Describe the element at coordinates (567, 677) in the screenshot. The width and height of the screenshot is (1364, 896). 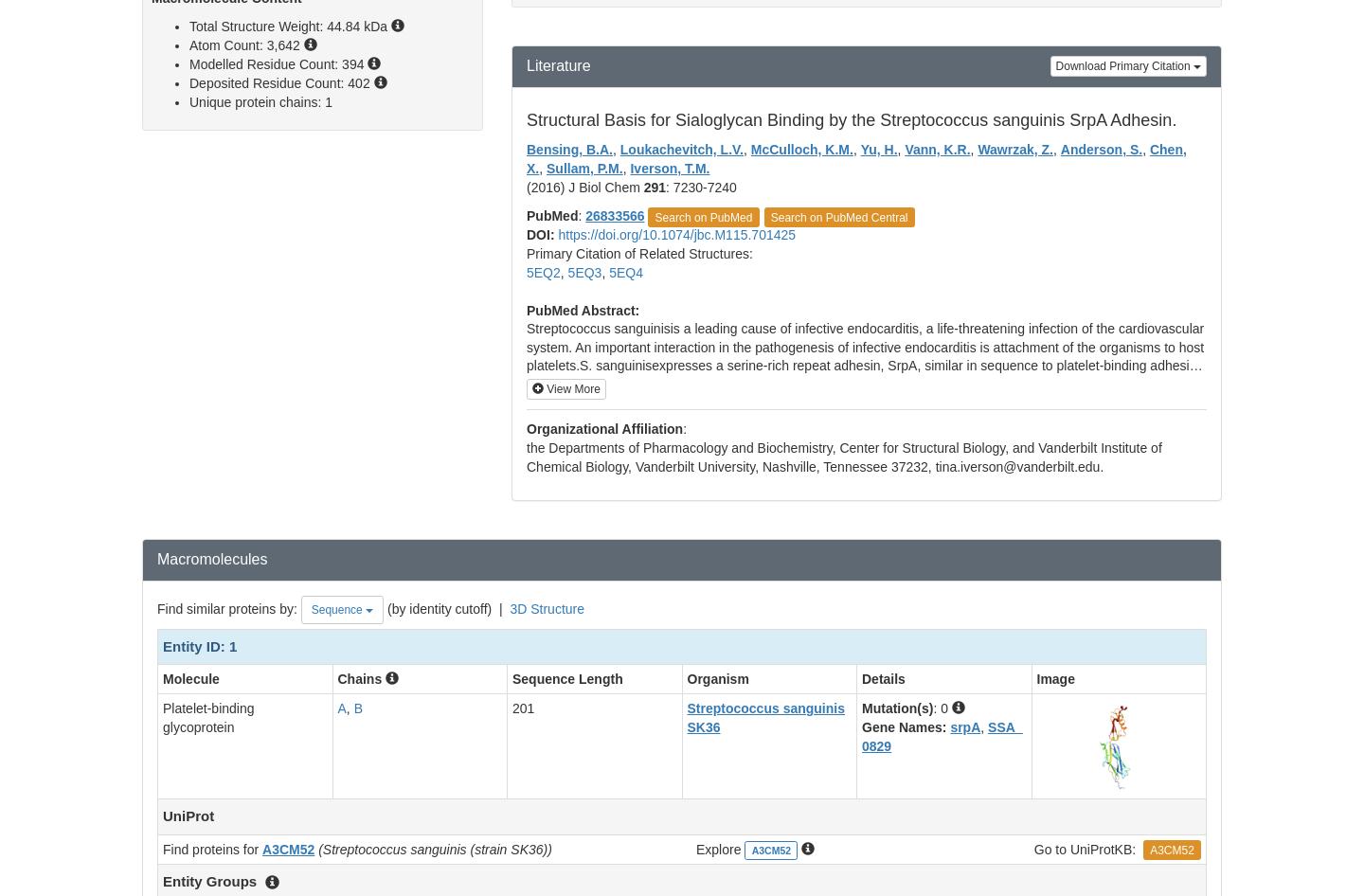
I see `'Sequence Length'` at that location.